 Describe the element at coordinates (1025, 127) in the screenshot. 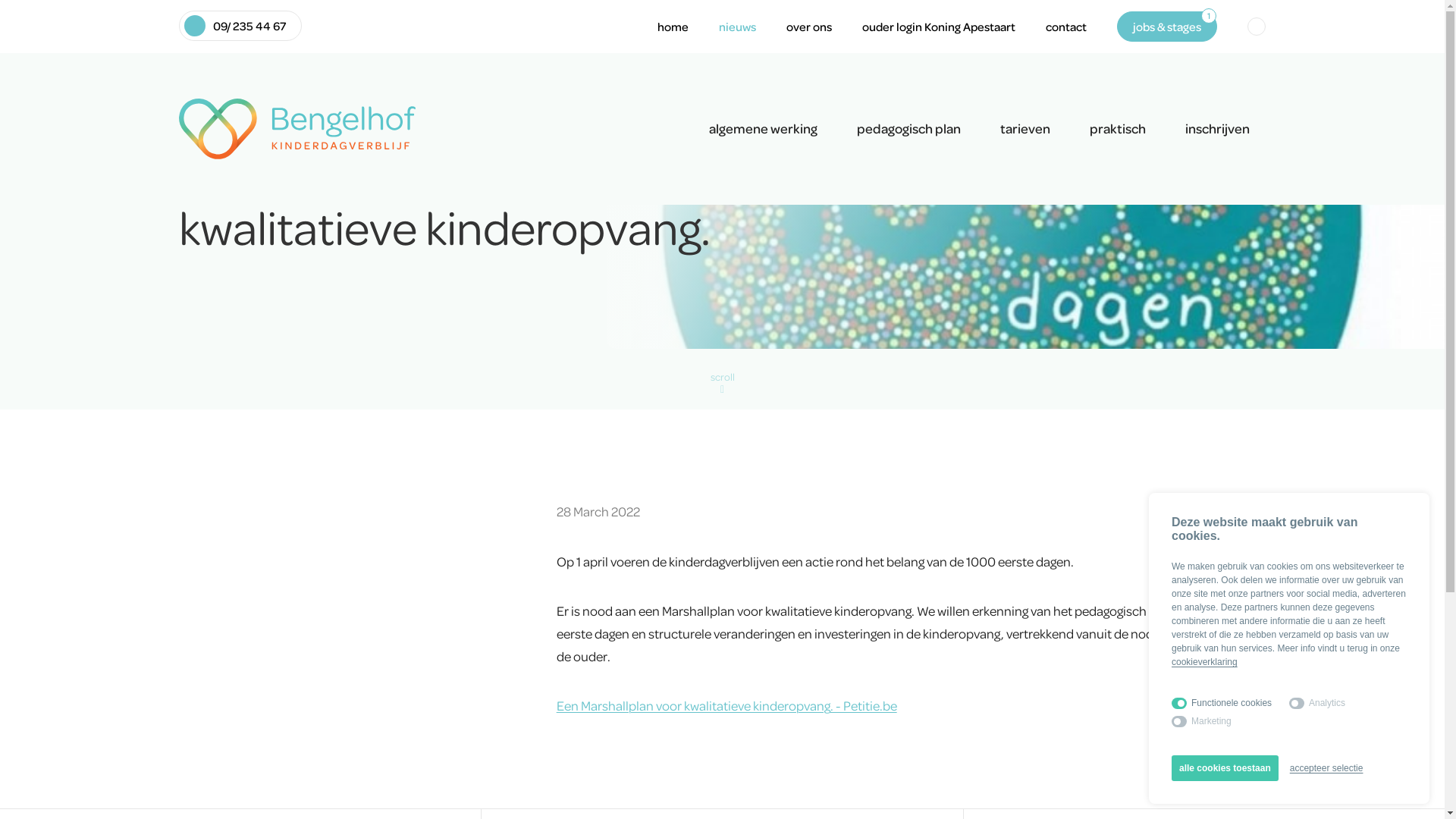

I see `'tarieven'` at that location.